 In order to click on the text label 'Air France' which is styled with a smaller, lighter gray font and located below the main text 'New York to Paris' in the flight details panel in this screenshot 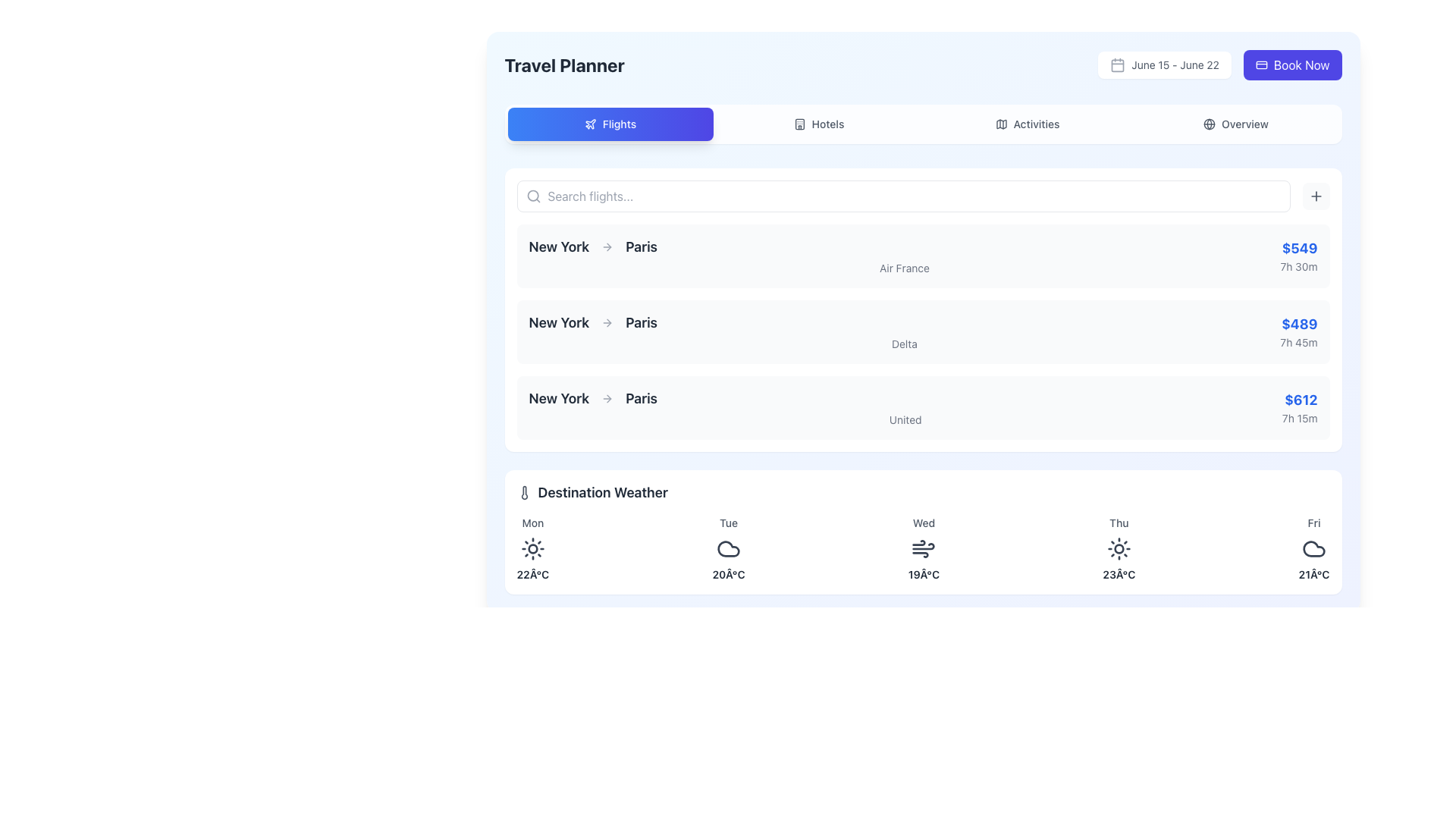, I will do `click(904, 268)`.